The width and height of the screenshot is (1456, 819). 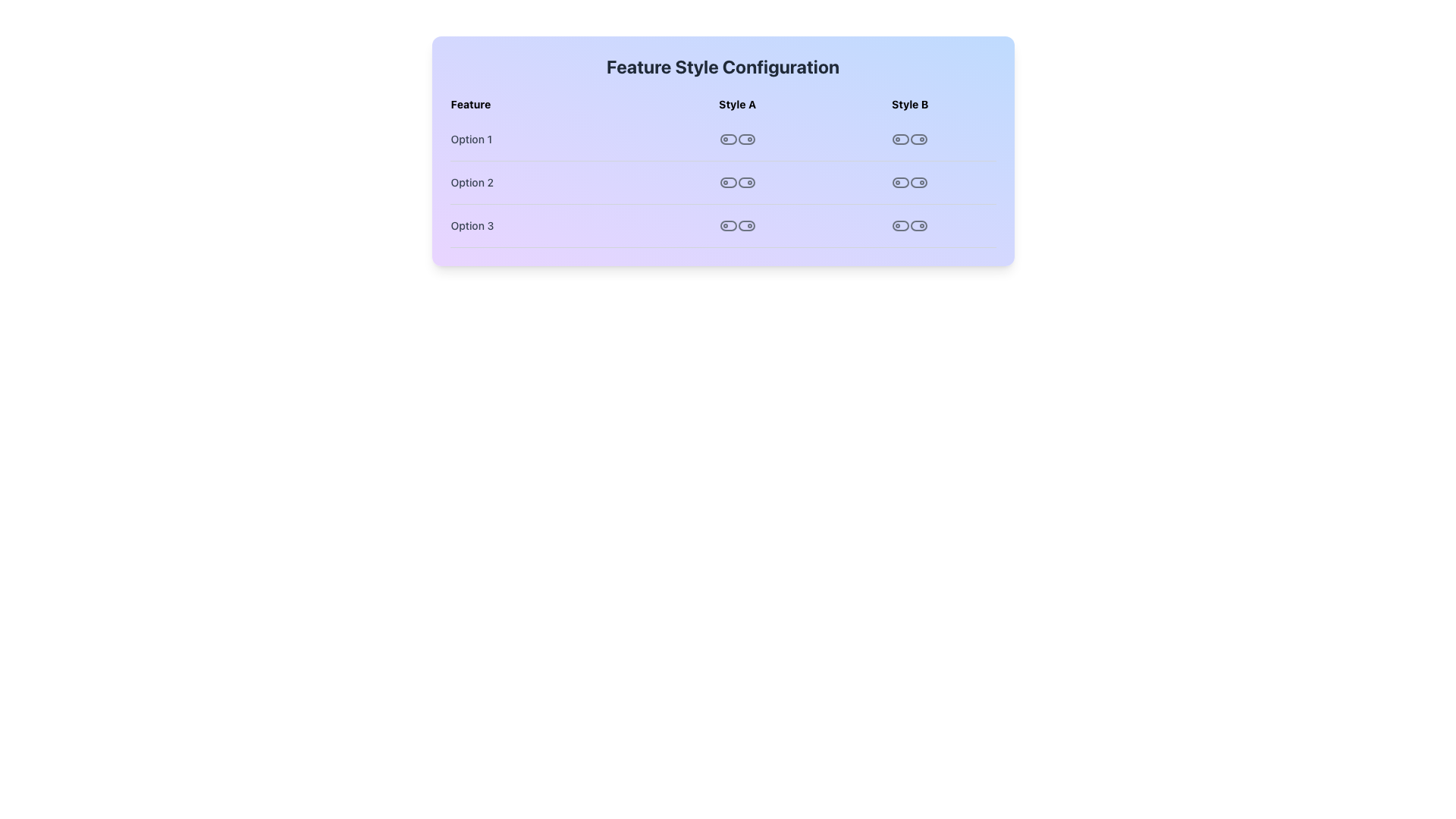 What do you see at coordinates (910, 181) in the screenshot?
I see `the 'Style B' toggle for 'Option 2', which is the third element in the row under 'Option 2'` at bounding box center [910, 181].